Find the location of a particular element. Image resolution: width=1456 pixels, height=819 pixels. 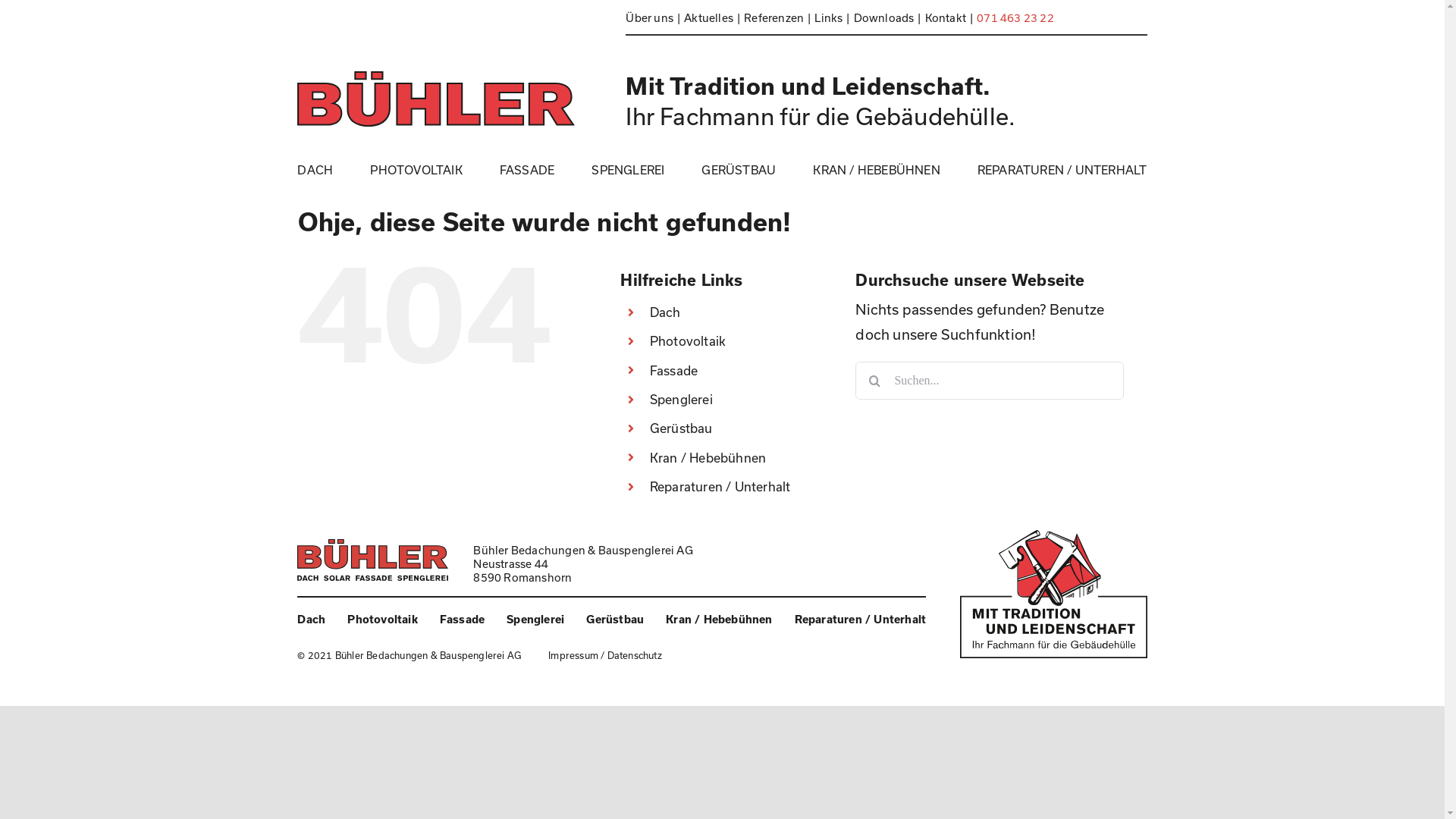

'Kontakt' is located at coordinates (950, 17).